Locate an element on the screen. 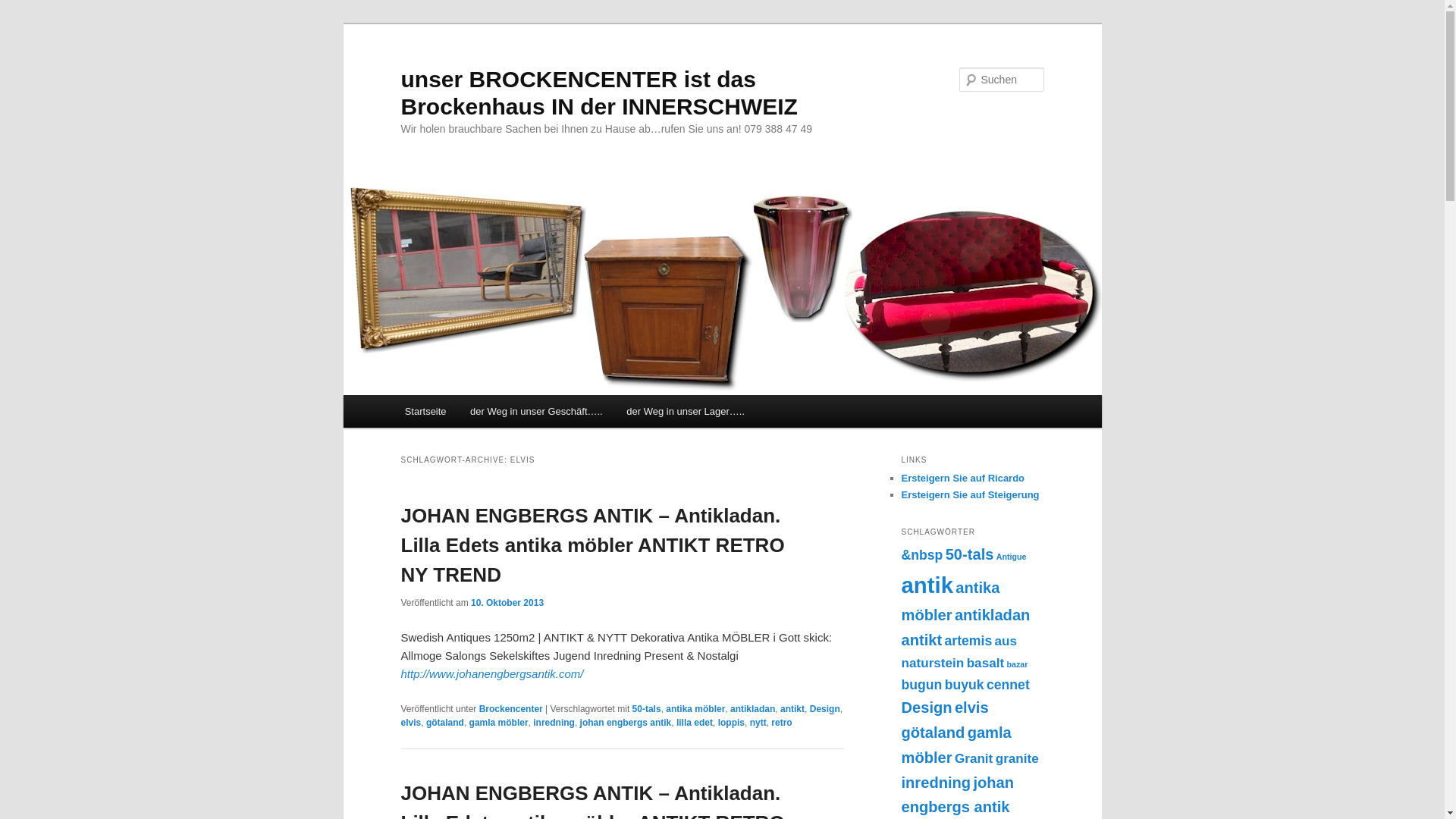 The width and height of the screenshot is (1456, 819). '50-tals' is located at coordinates (647, 708).